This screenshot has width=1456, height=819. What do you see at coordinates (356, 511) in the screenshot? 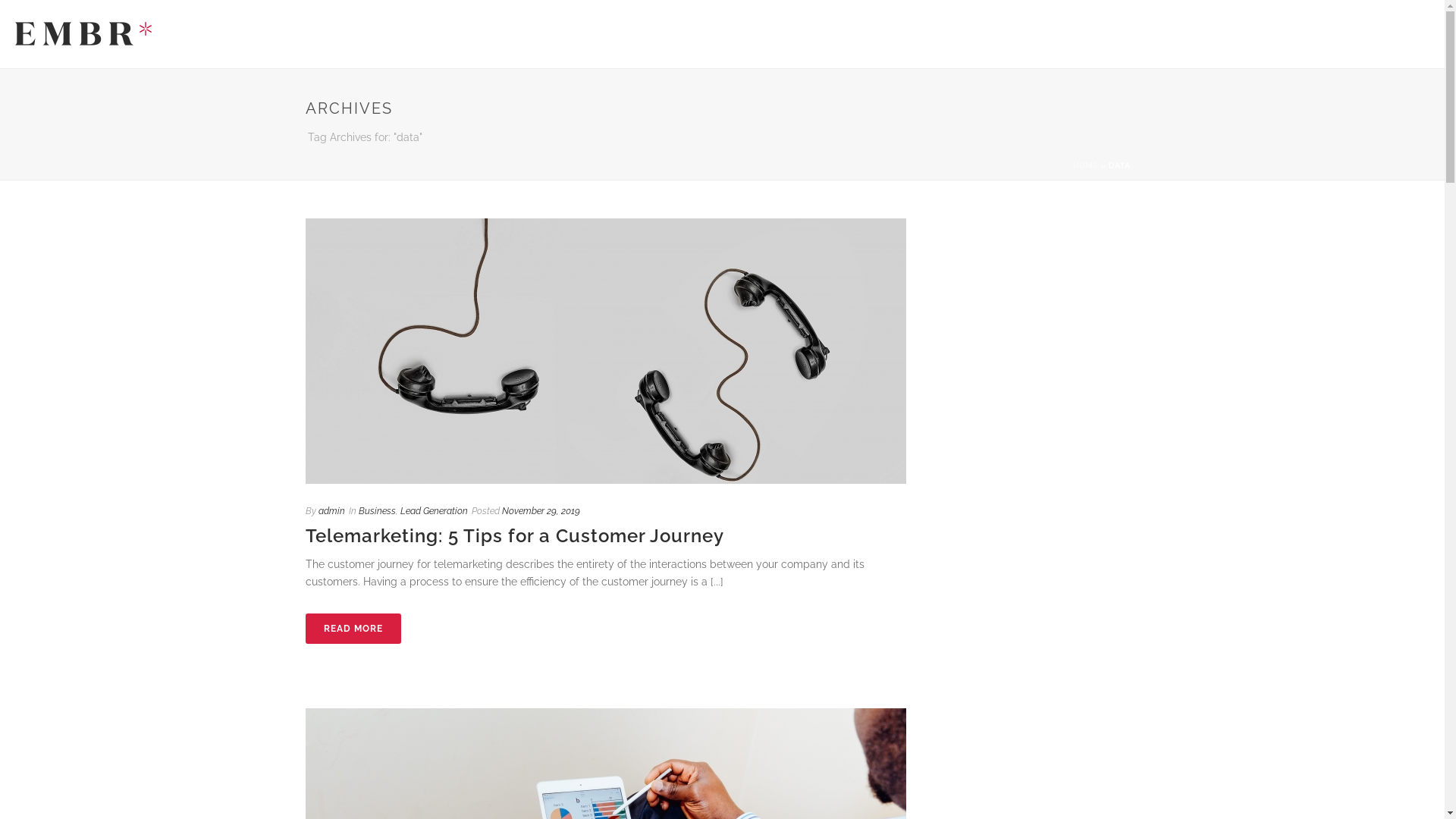
I see `'Business'` at bounding box center [356, 511].